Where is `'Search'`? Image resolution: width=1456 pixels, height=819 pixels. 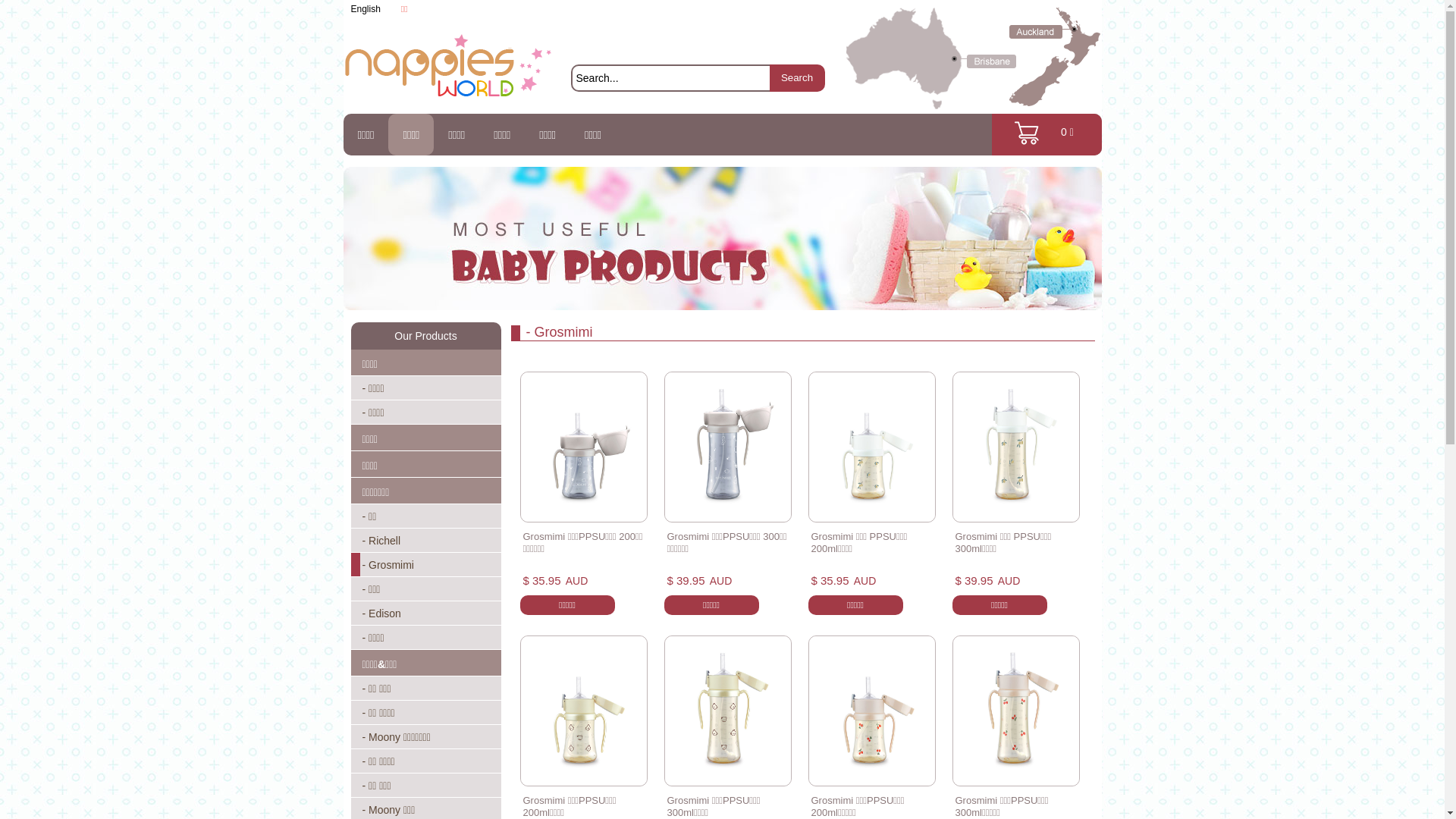 'Search' is located at coordinates (795, 78).